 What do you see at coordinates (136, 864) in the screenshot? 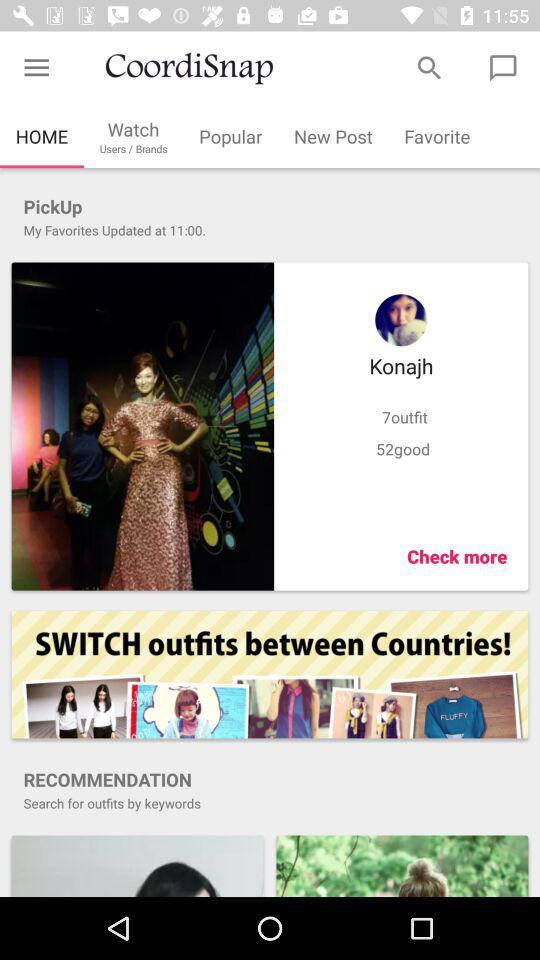
I see `image open option` at bounding box center [136, 864].